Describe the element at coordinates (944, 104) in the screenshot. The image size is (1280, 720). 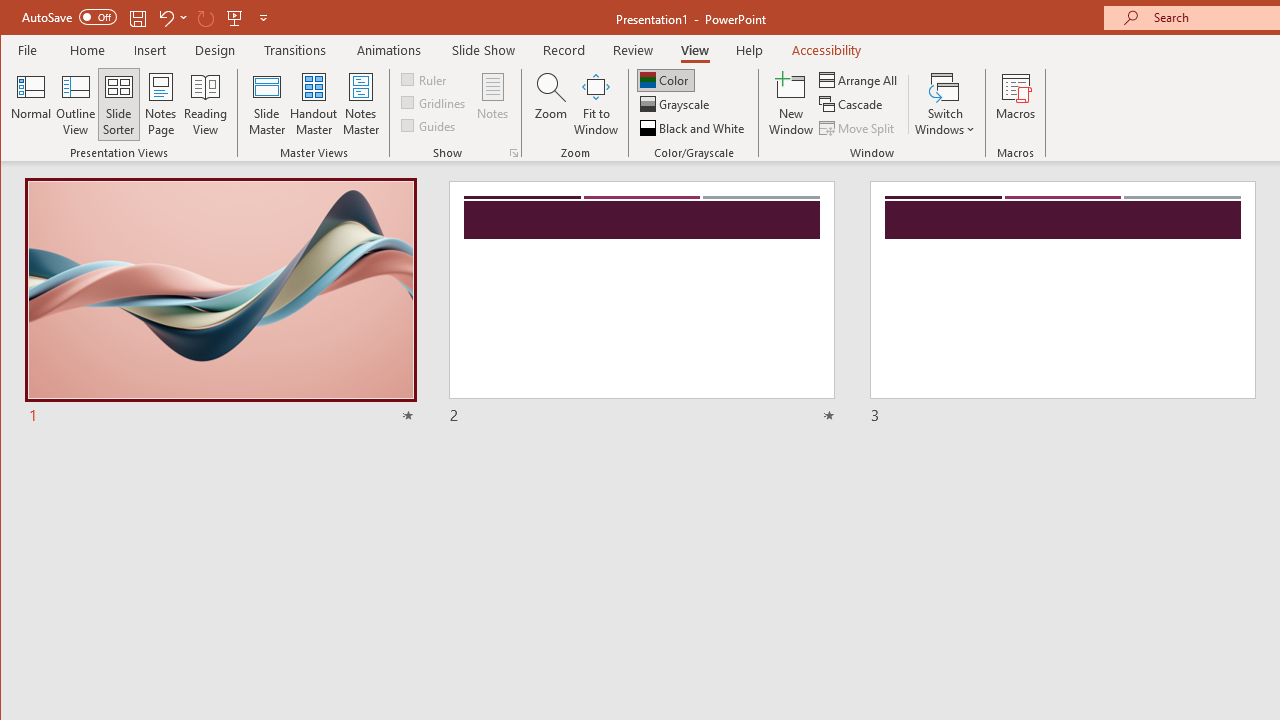
I see `'Switch Windows'` at that location.